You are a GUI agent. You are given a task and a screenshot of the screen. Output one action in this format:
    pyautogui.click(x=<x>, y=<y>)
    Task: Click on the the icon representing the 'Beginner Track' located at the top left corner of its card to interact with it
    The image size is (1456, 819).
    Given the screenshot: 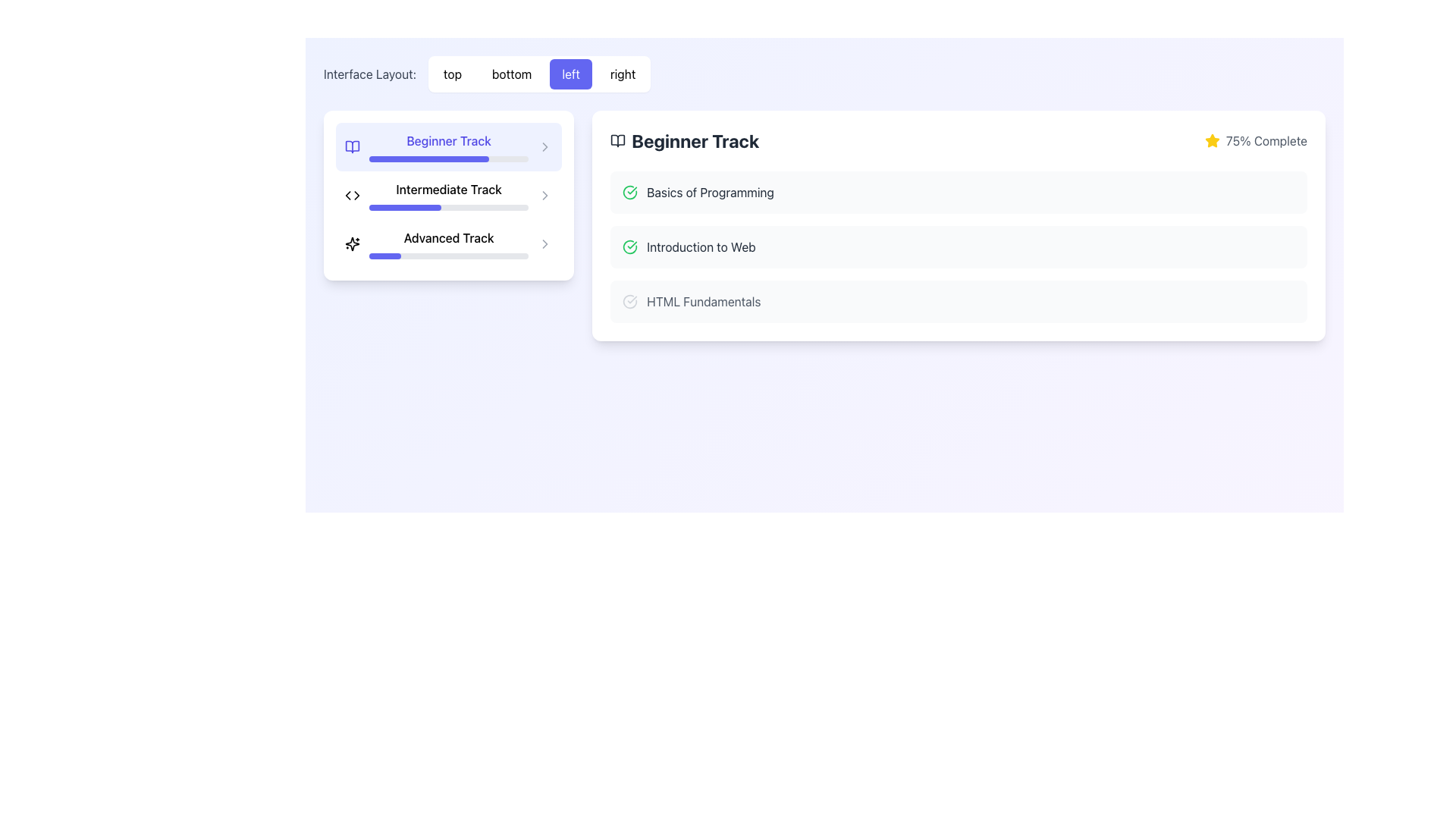 What is the action you would take?
    pyautogui.click(x=352, y=146)
    